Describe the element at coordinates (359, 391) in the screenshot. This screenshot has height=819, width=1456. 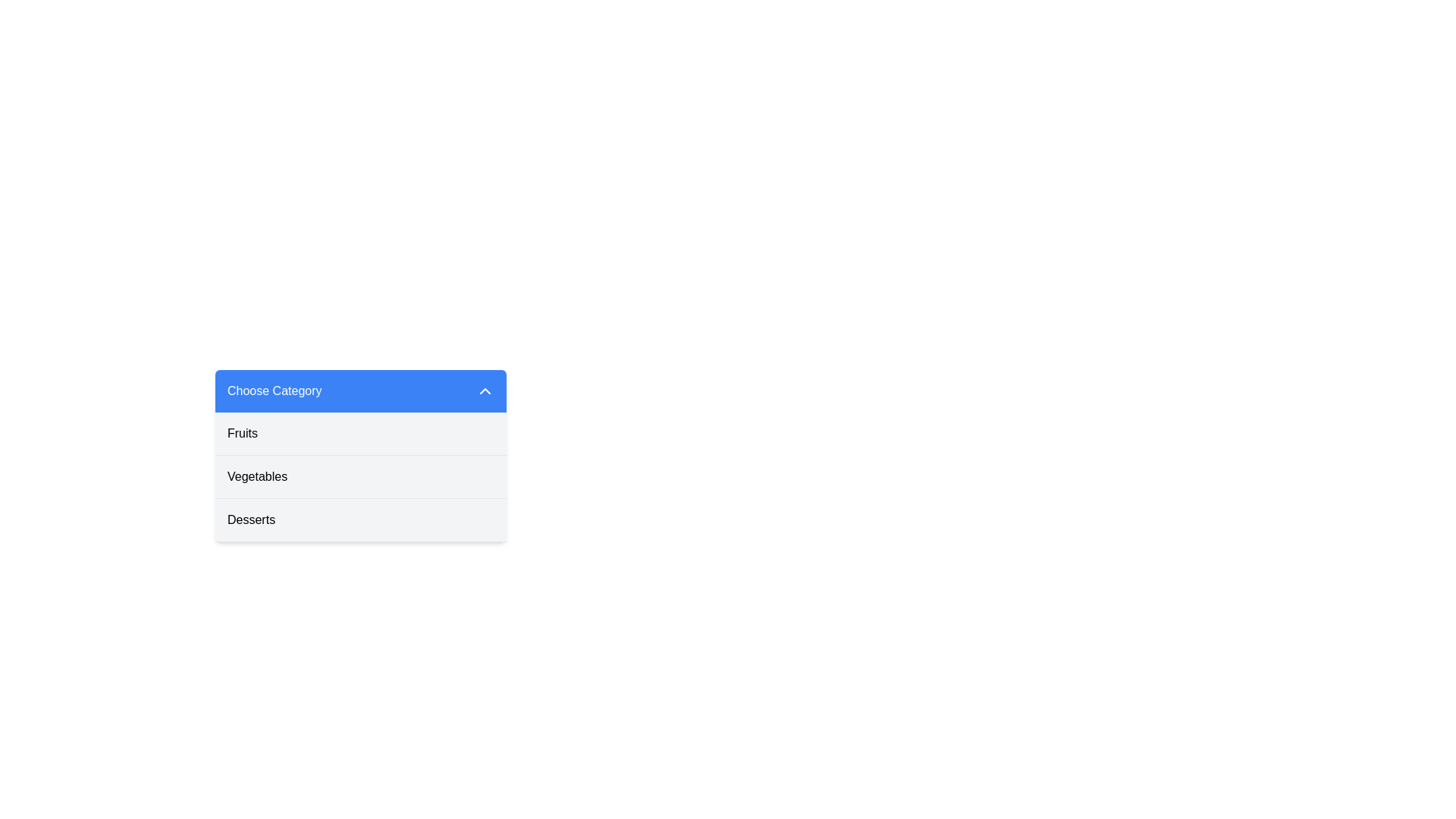
I see `the blue rectangular dropdown trigger labeled 'Choose Category'` at that location.